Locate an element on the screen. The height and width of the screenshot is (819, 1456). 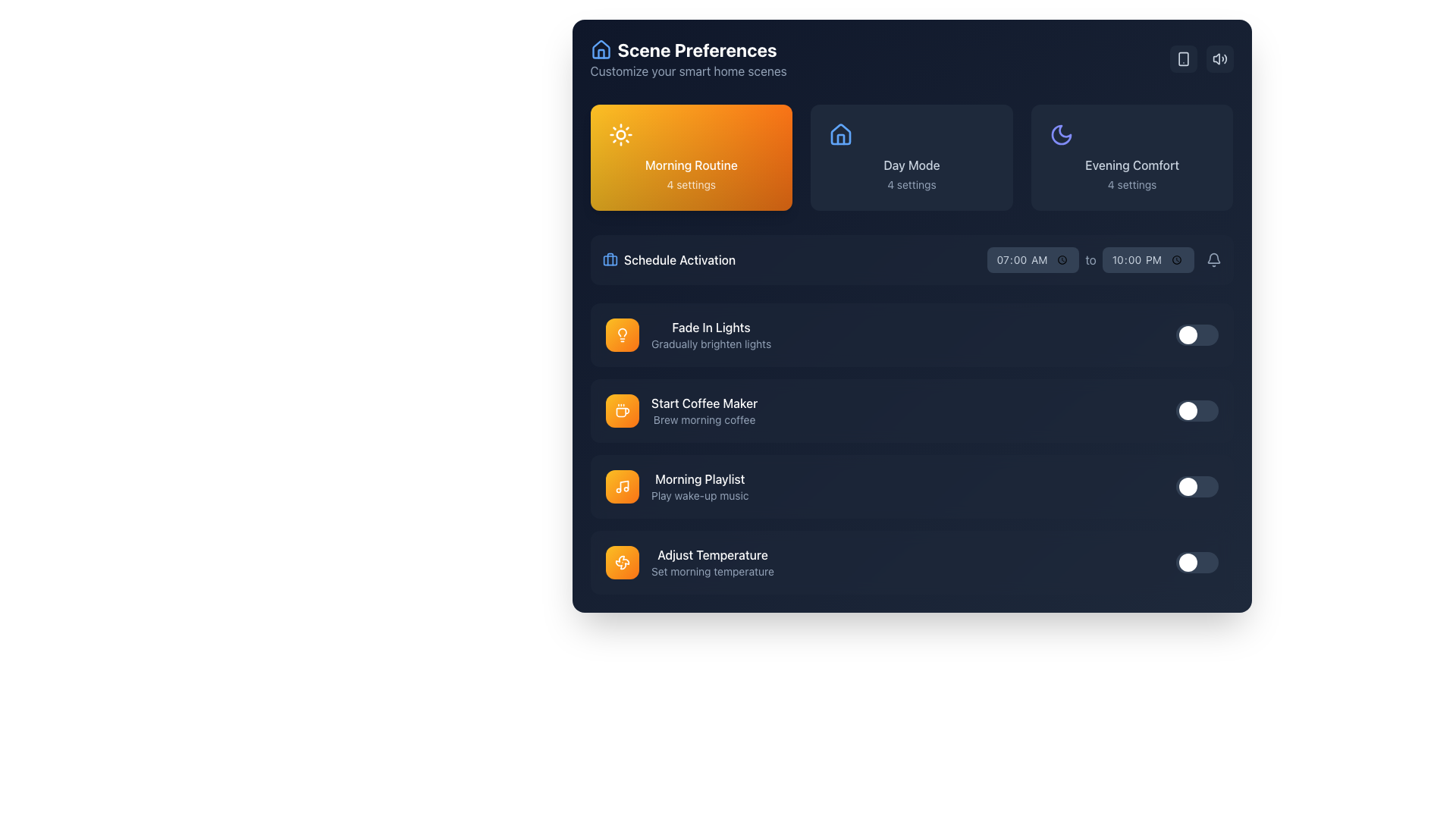
the toggle switch of the fourth list item under the 'Schedule Activation' section to change its state is located at coordinates (911, 562).